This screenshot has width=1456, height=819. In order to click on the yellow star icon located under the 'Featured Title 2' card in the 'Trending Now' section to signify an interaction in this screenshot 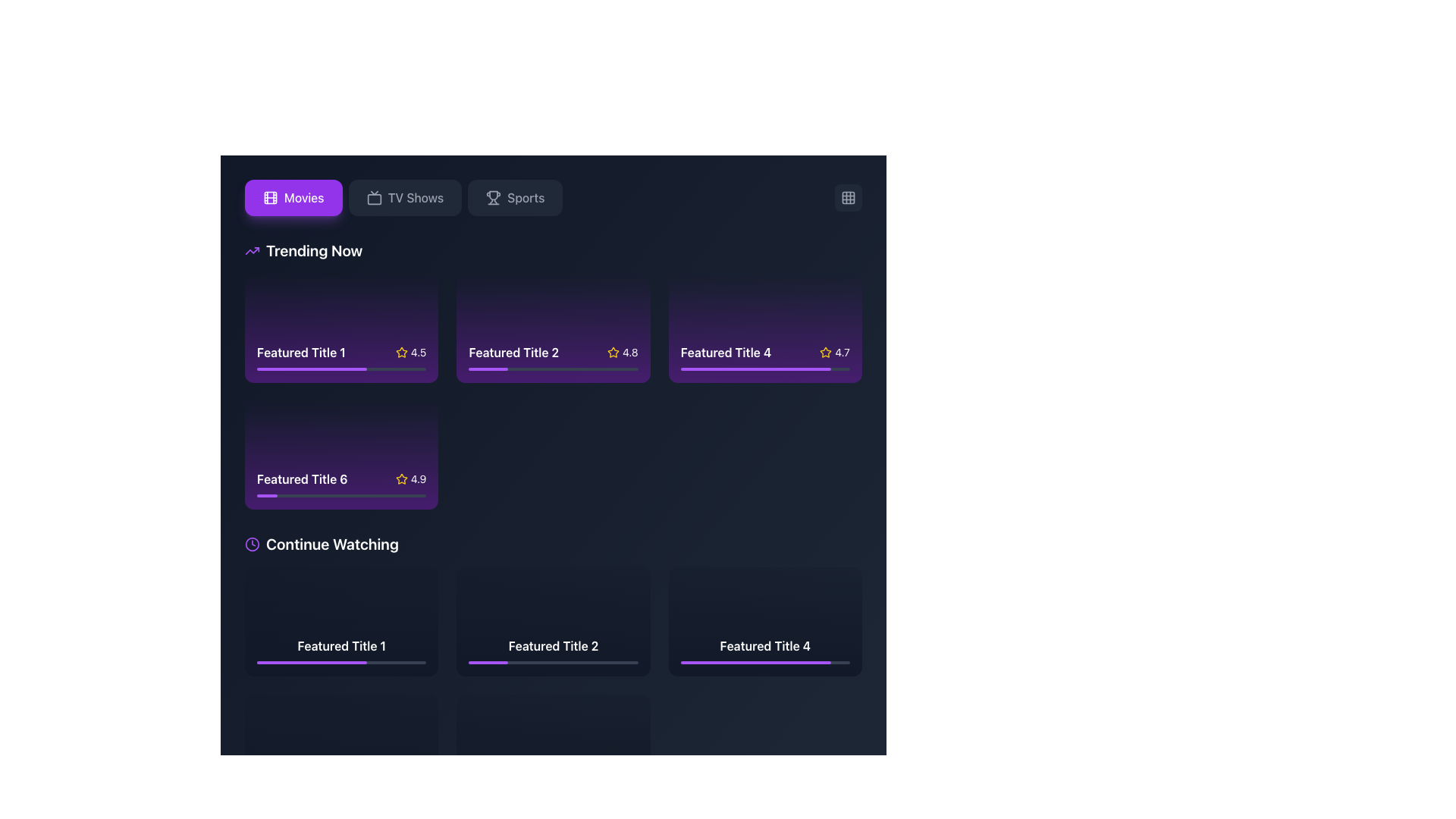, I will do `click(613, 352)`.